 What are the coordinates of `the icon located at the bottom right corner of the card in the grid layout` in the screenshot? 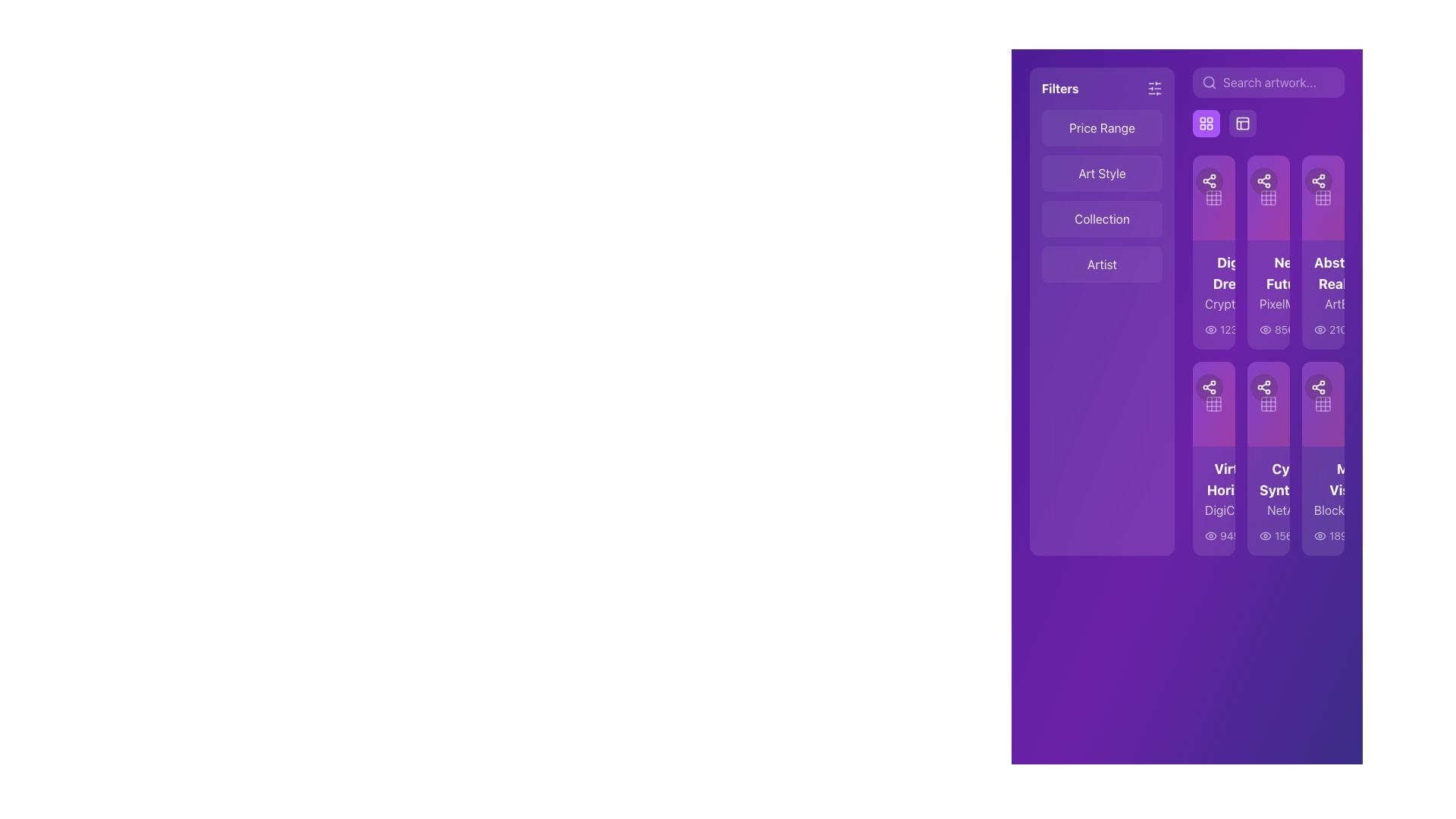 It's located at (1337, 535).